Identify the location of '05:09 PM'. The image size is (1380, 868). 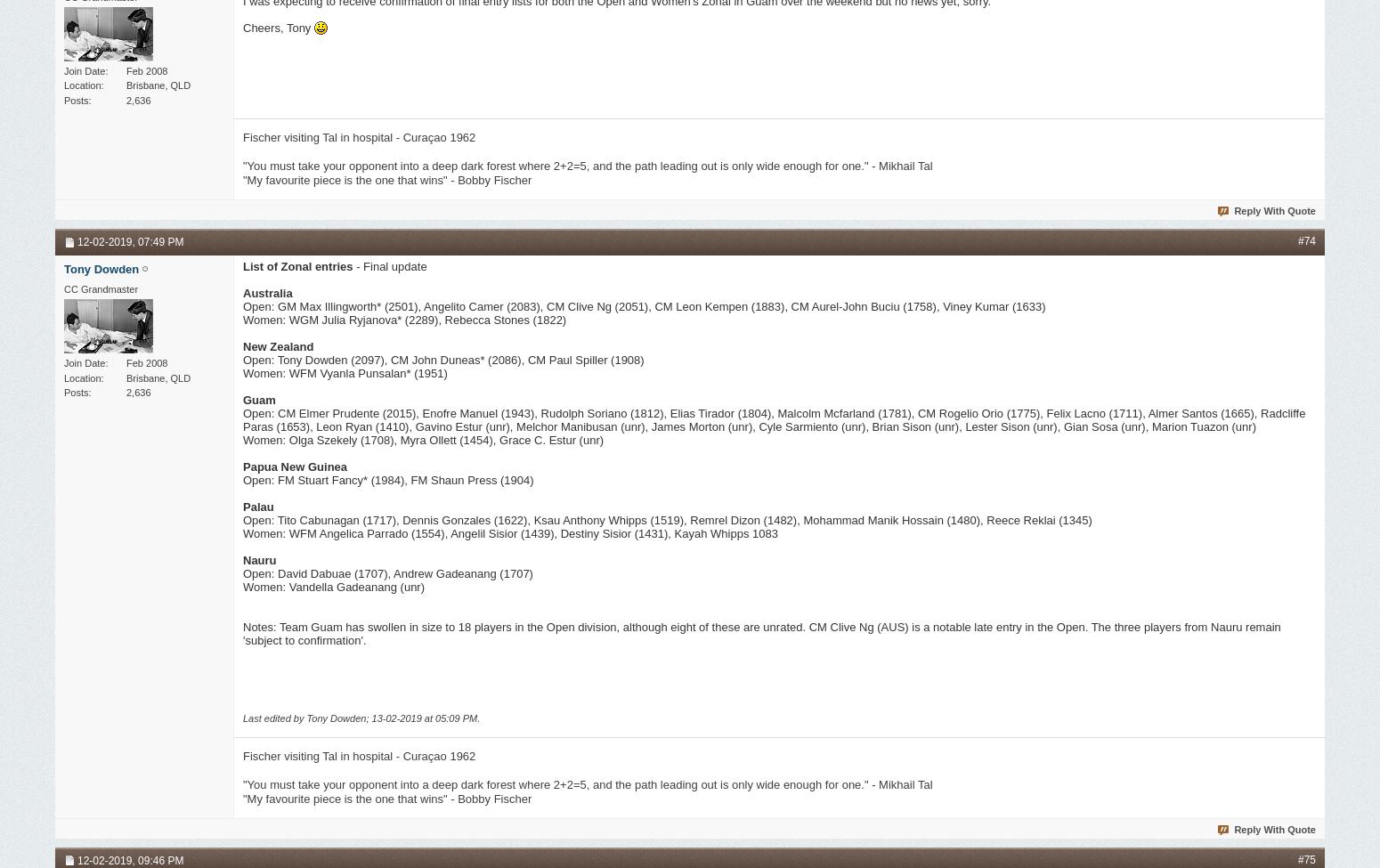
(455, 718).